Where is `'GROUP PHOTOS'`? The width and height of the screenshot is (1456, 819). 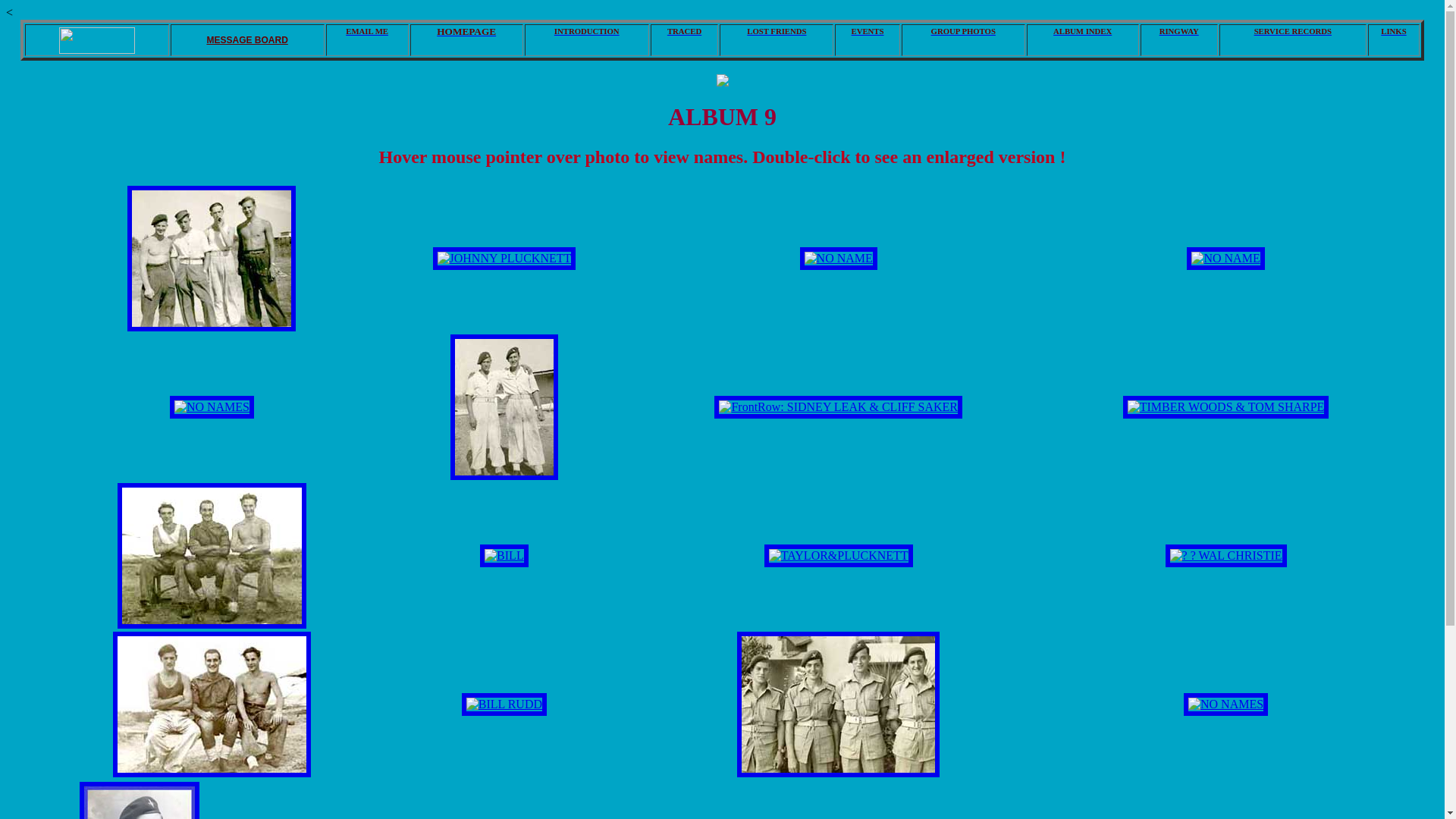
'GROUP PHOTOS' is located at coordinates (962, 31).